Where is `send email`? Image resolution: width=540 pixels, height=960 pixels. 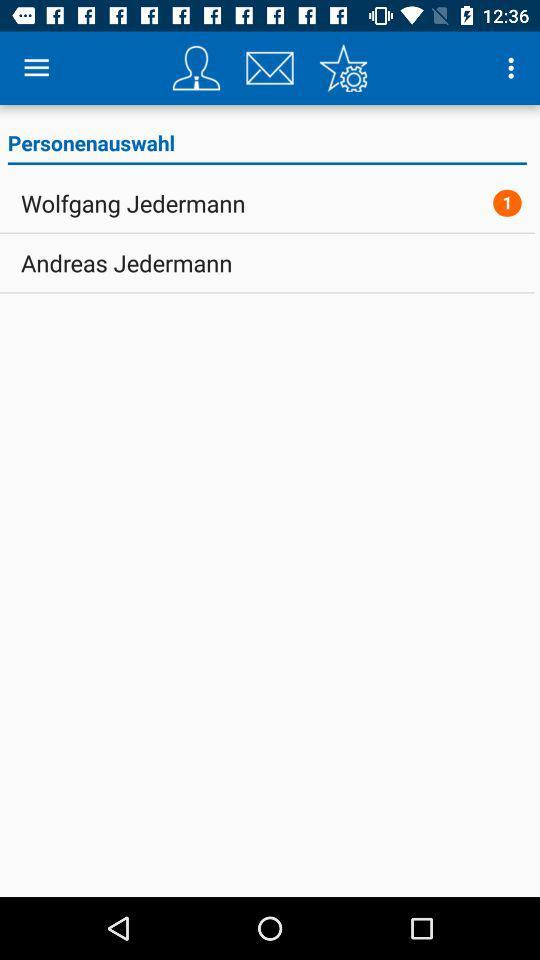 send email is located at coordinates (270, 68).